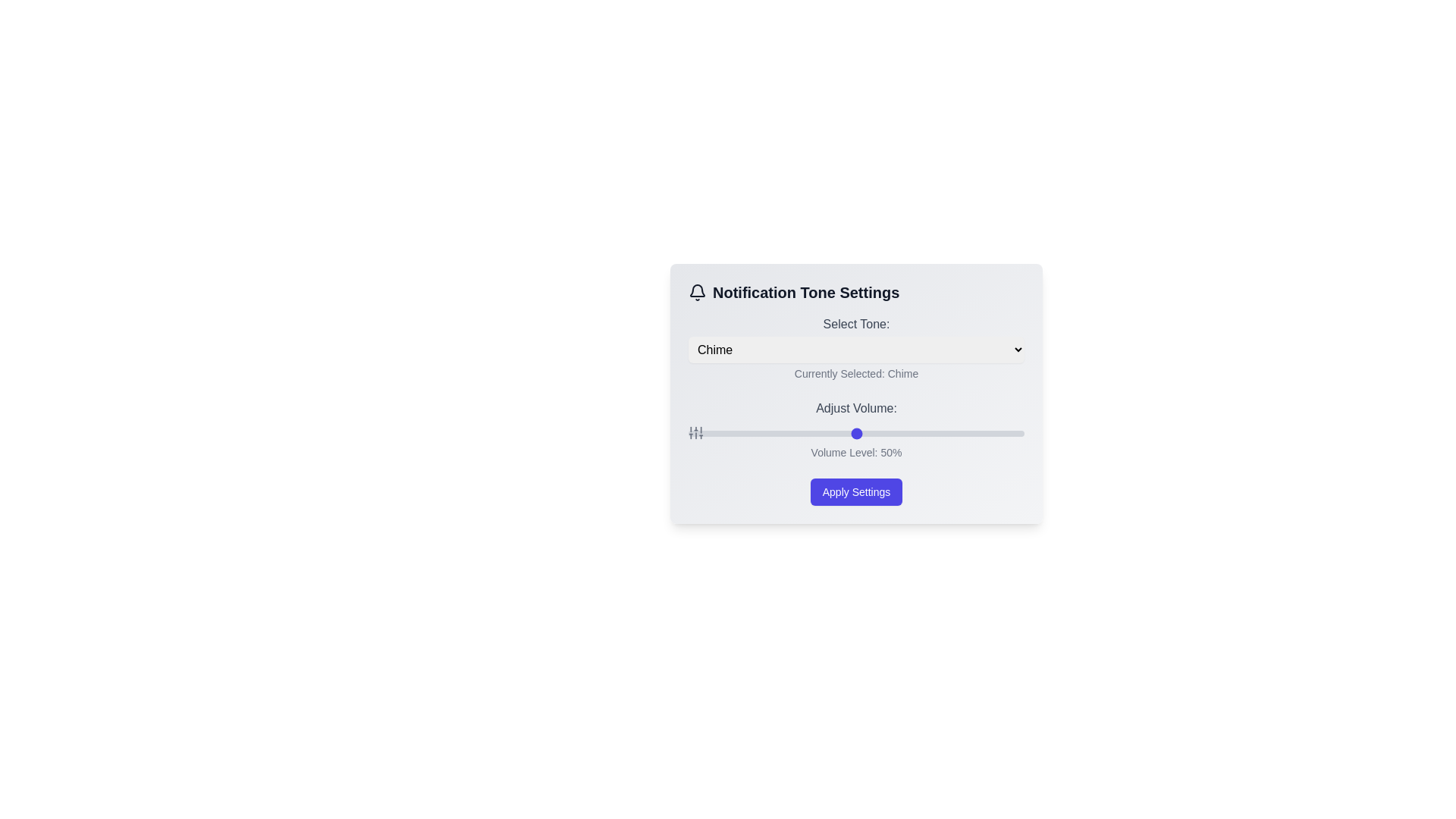 The image size is (1456, 819). I want to click on the volume level, so click(990, 433).